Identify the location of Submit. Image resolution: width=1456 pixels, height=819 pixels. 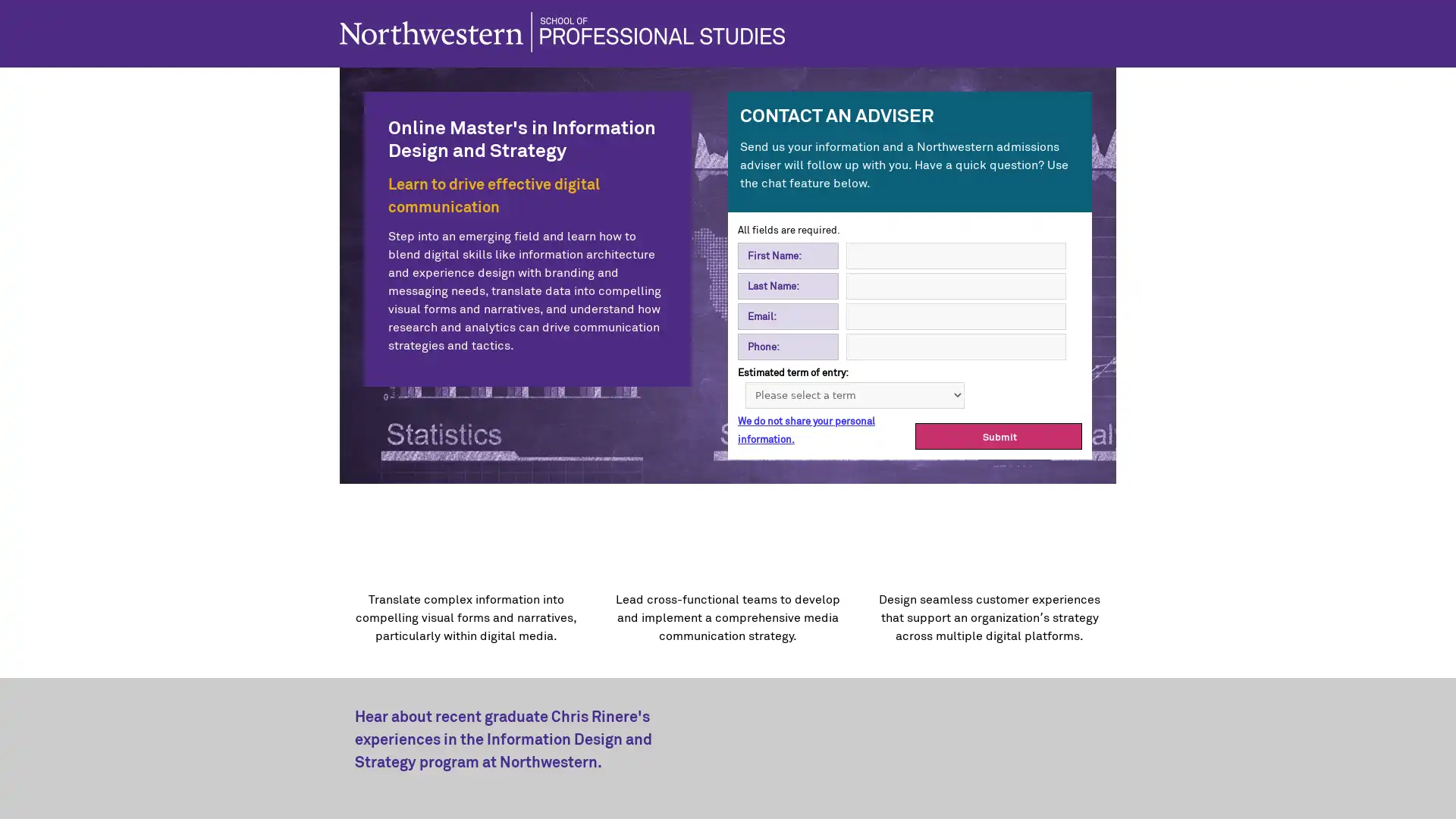
(998, 436).